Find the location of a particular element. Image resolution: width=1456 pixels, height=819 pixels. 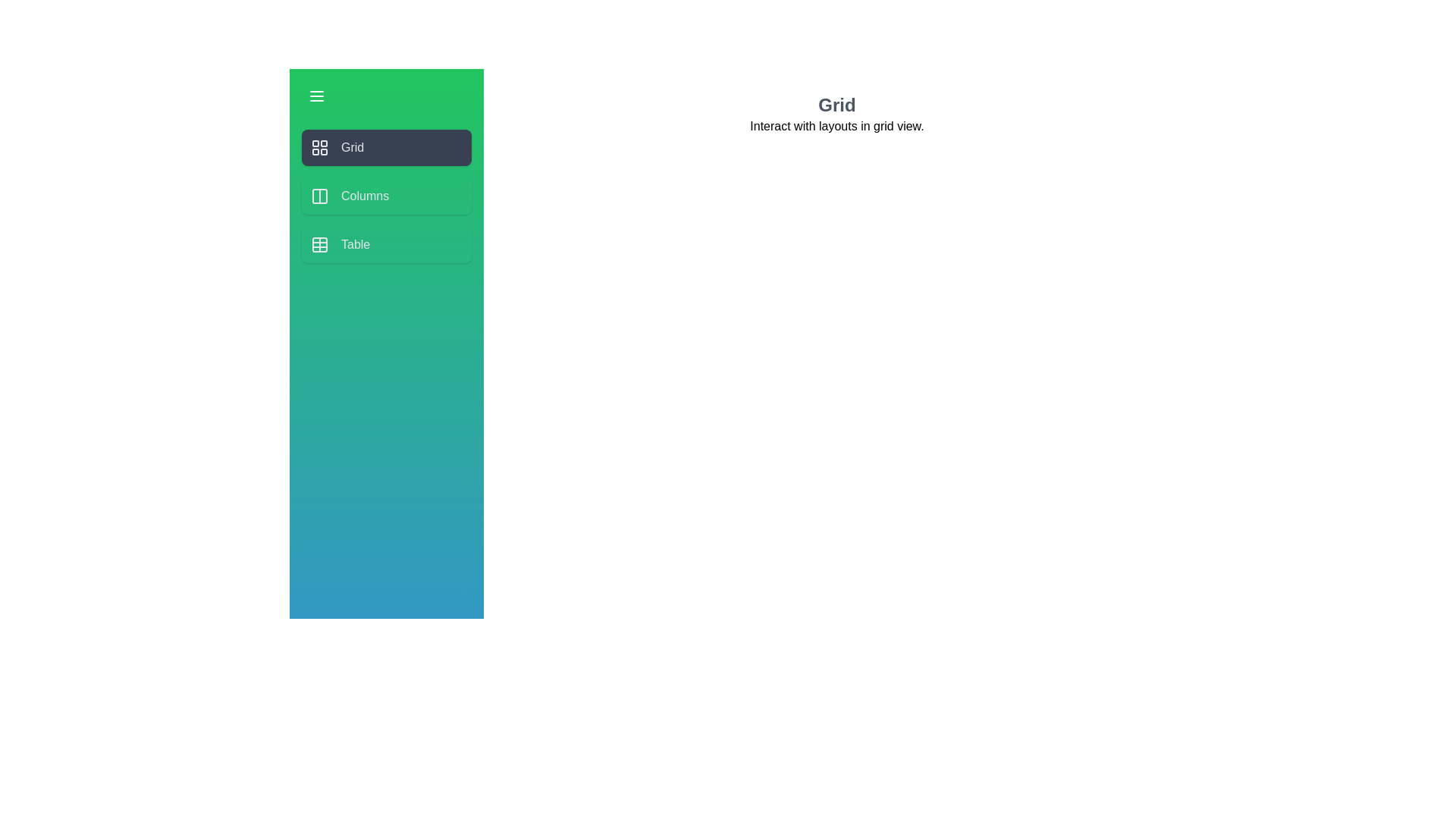

the view option Grid by clicking on the corresponding menu item is located at coordinates (386, 148).